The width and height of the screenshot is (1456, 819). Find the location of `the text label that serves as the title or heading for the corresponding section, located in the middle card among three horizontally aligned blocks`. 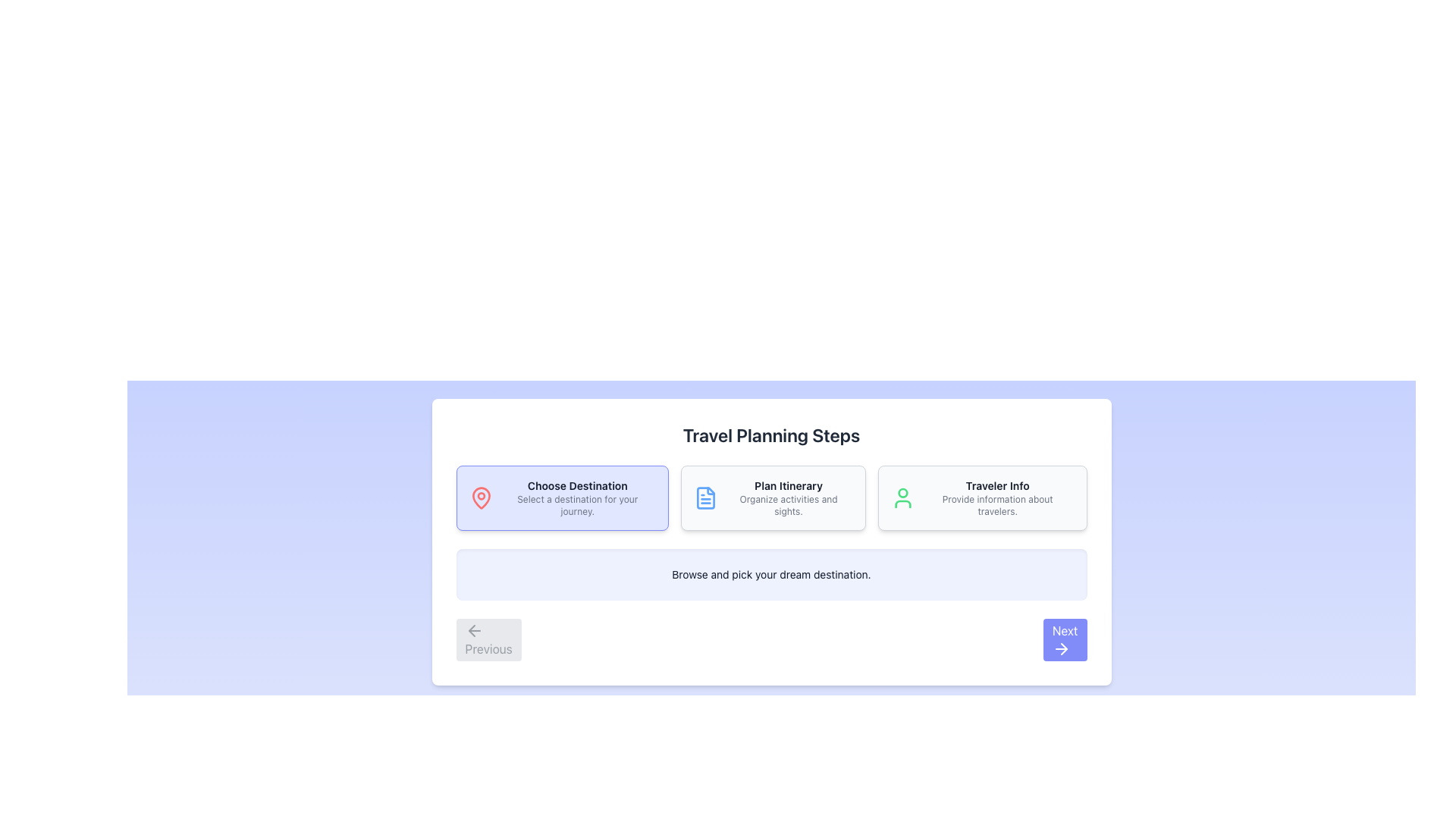

the text label that serves as the title or heading for the corresponding section, located in the middle card among three horizontally aligned blocks is located at coordinates (789, 485).